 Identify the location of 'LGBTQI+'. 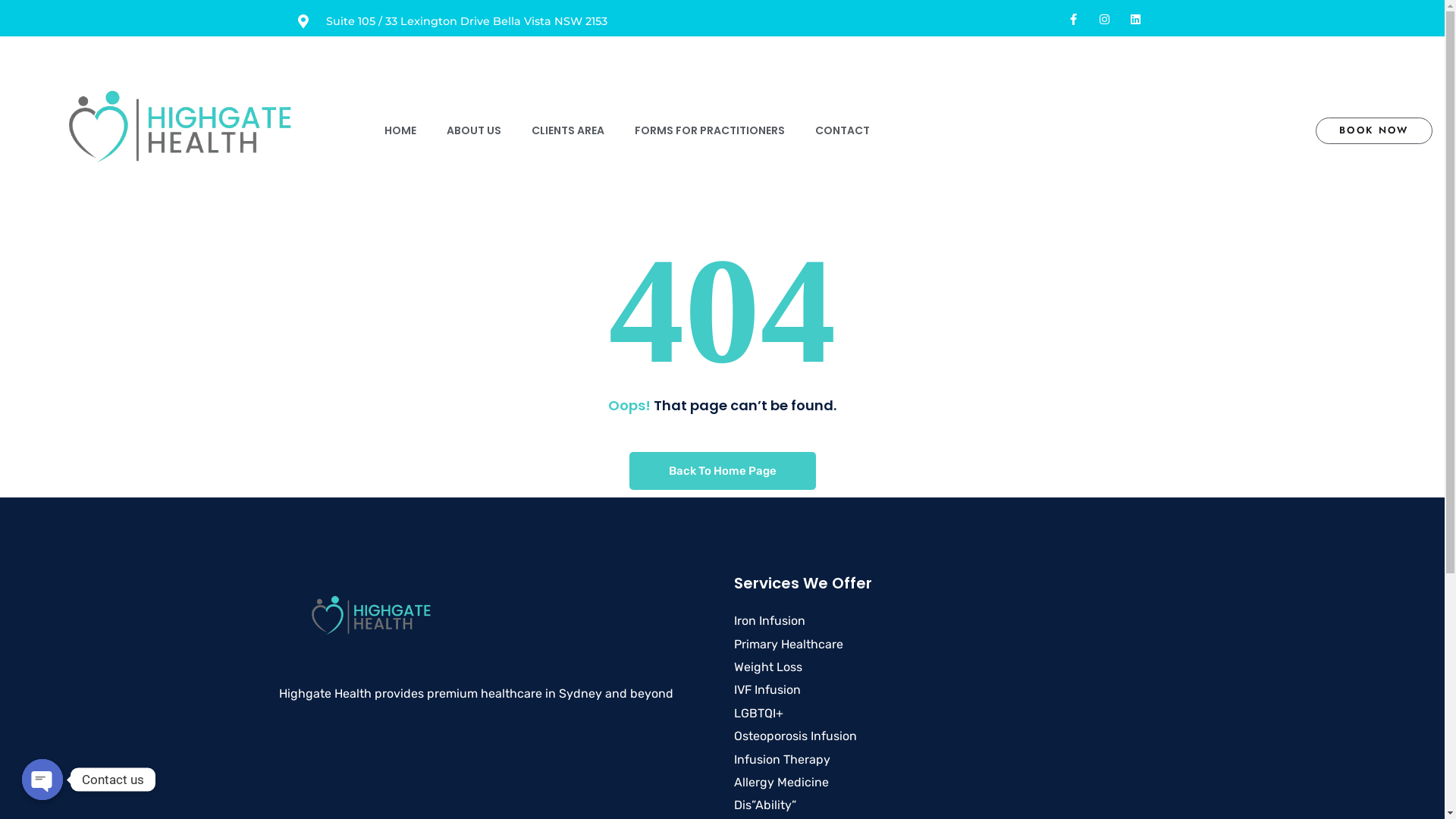
(758, 713).